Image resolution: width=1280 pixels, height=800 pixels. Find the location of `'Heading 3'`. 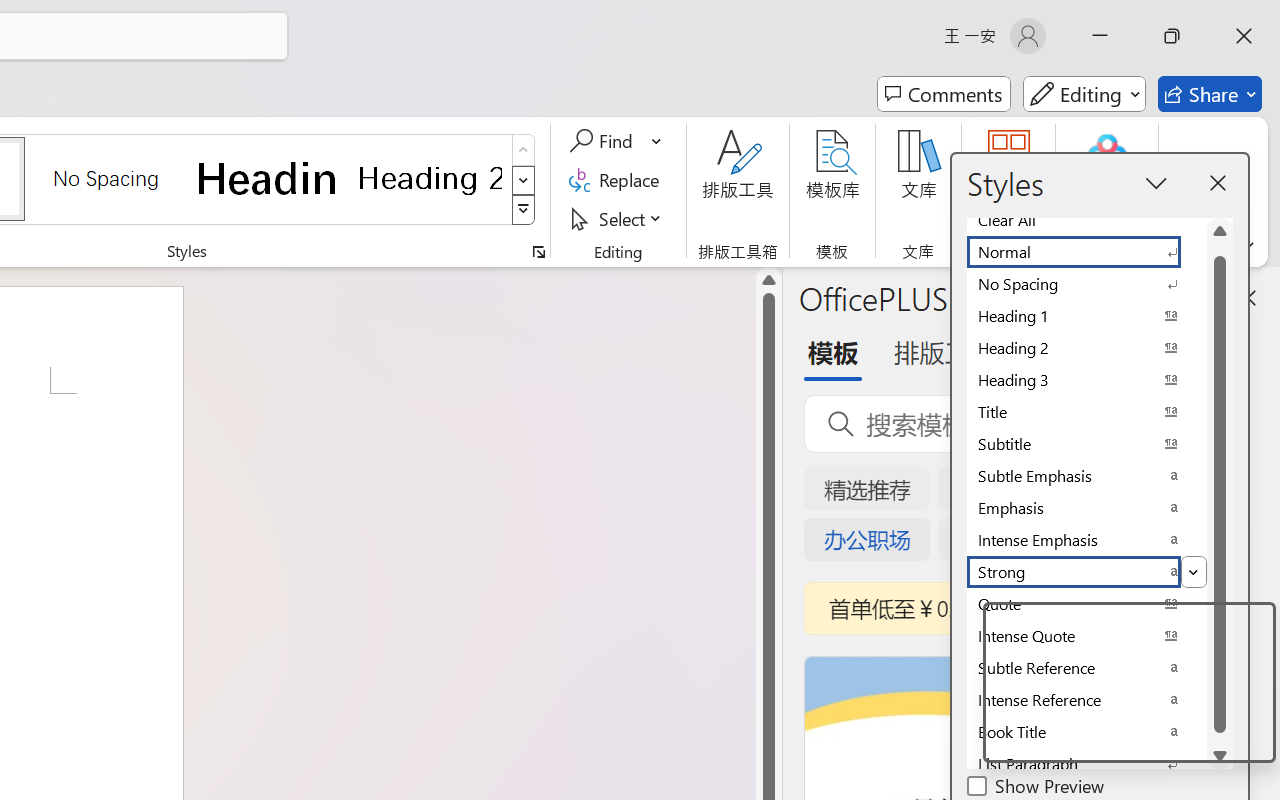

'Heading 3' is located at coordinates (1085, 379).